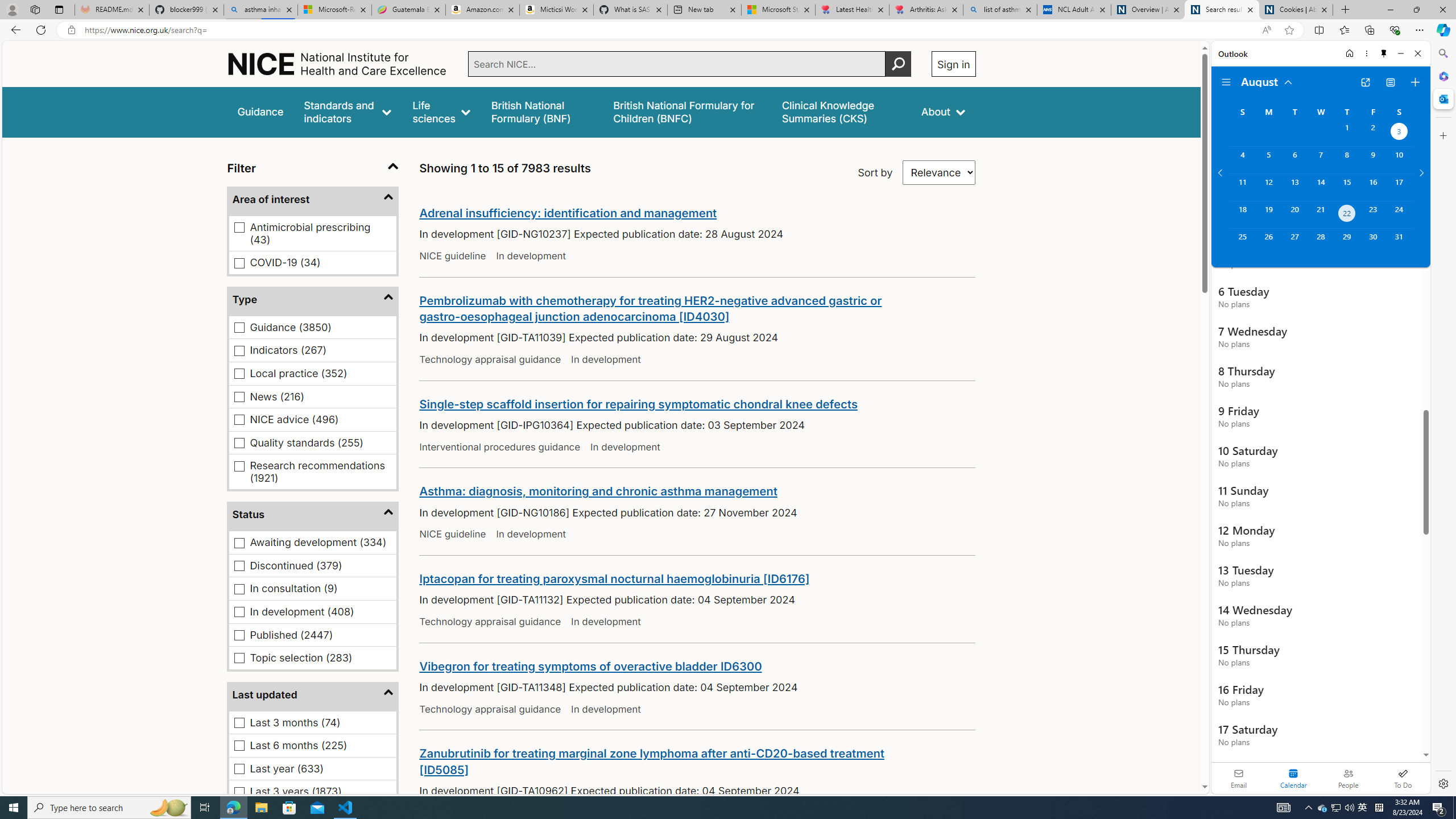 This screenshot has height=819, width=1456. Describe the element at coordinates (953, 63) in the screenshot. I see `'Sign in'` at that location.